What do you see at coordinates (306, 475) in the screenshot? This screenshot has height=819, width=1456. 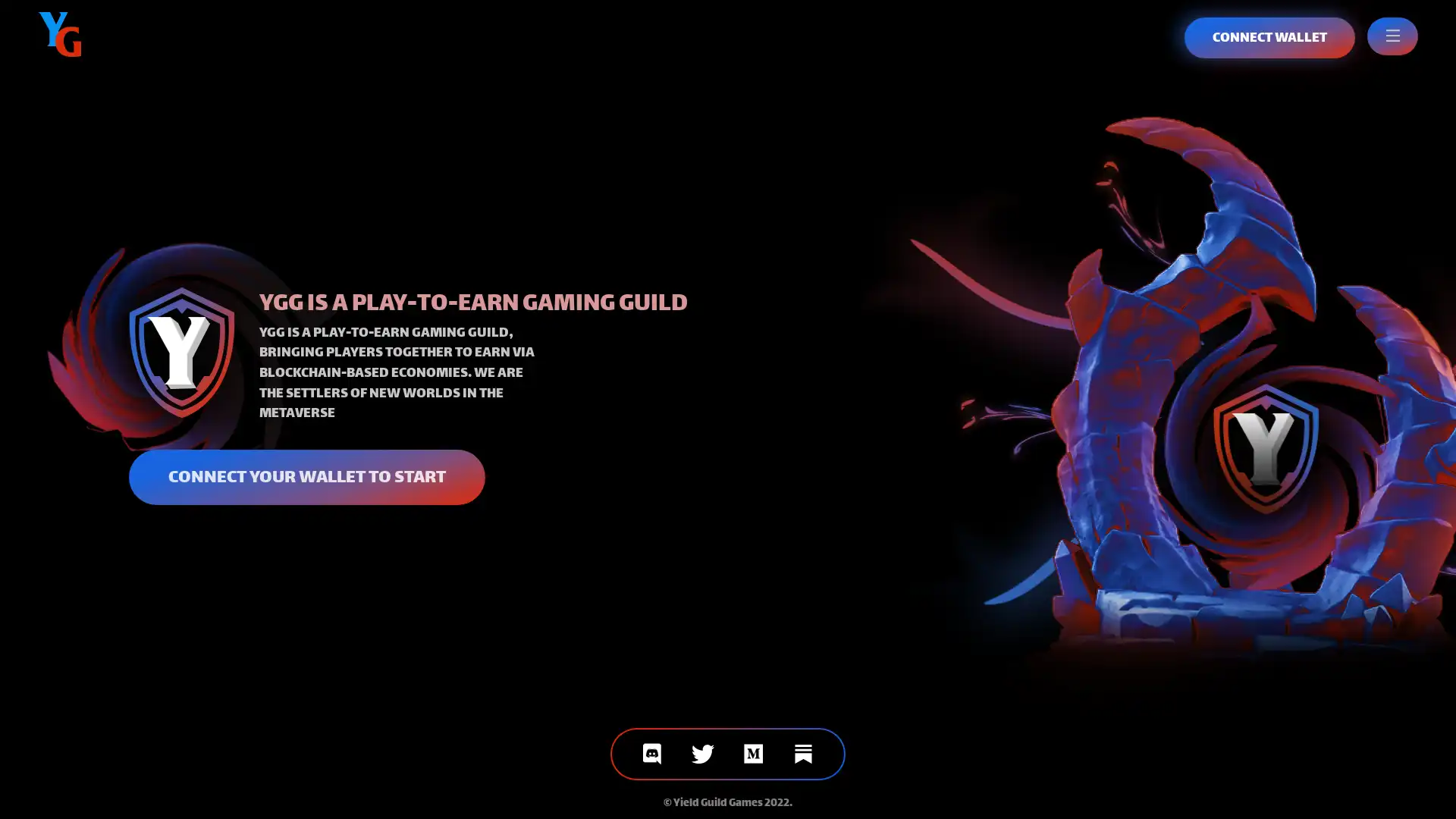 I see `CONNECT YOUR WALLET TO START` at bounding box center [306, 475].